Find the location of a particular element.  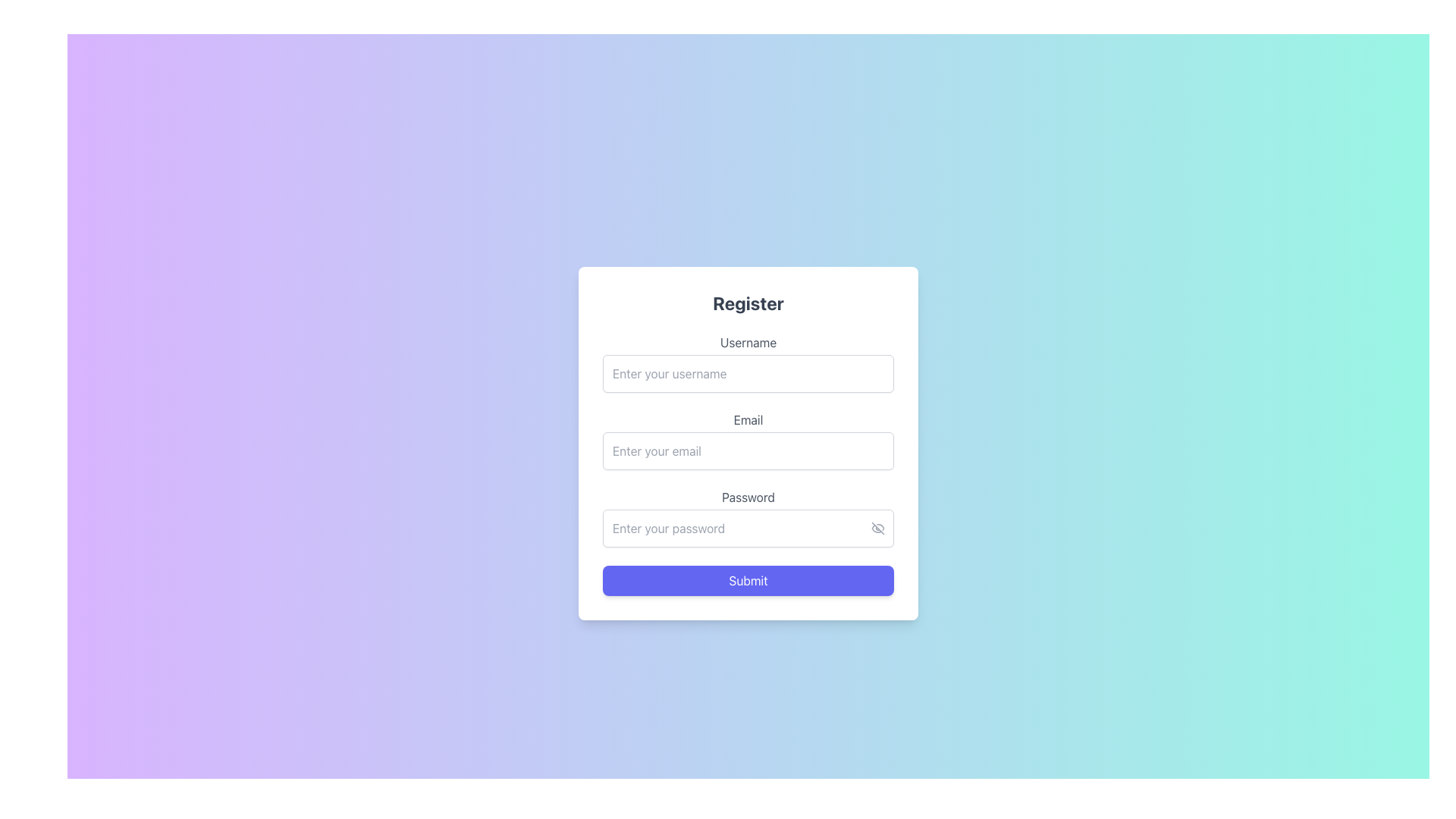

the eye icon button with a strikethrough located at the right edge of the password input field by is located at coordinates (877, 528).